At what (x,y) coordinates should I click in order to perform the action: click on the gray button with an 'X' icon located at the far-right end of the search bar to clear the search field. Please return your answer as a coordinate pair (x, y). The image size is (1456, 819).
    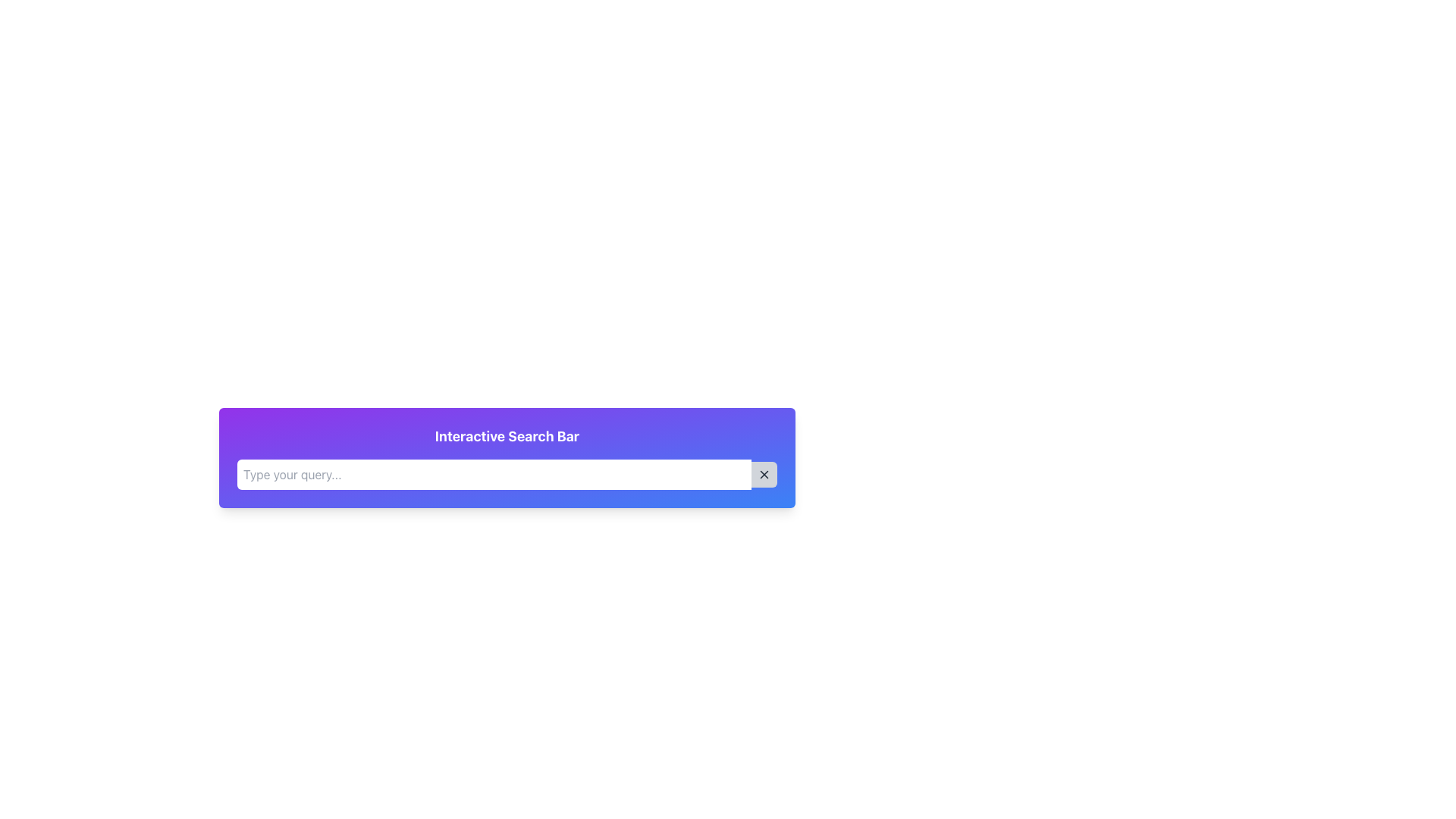
    Looking at the image, I should click on (764, 473).